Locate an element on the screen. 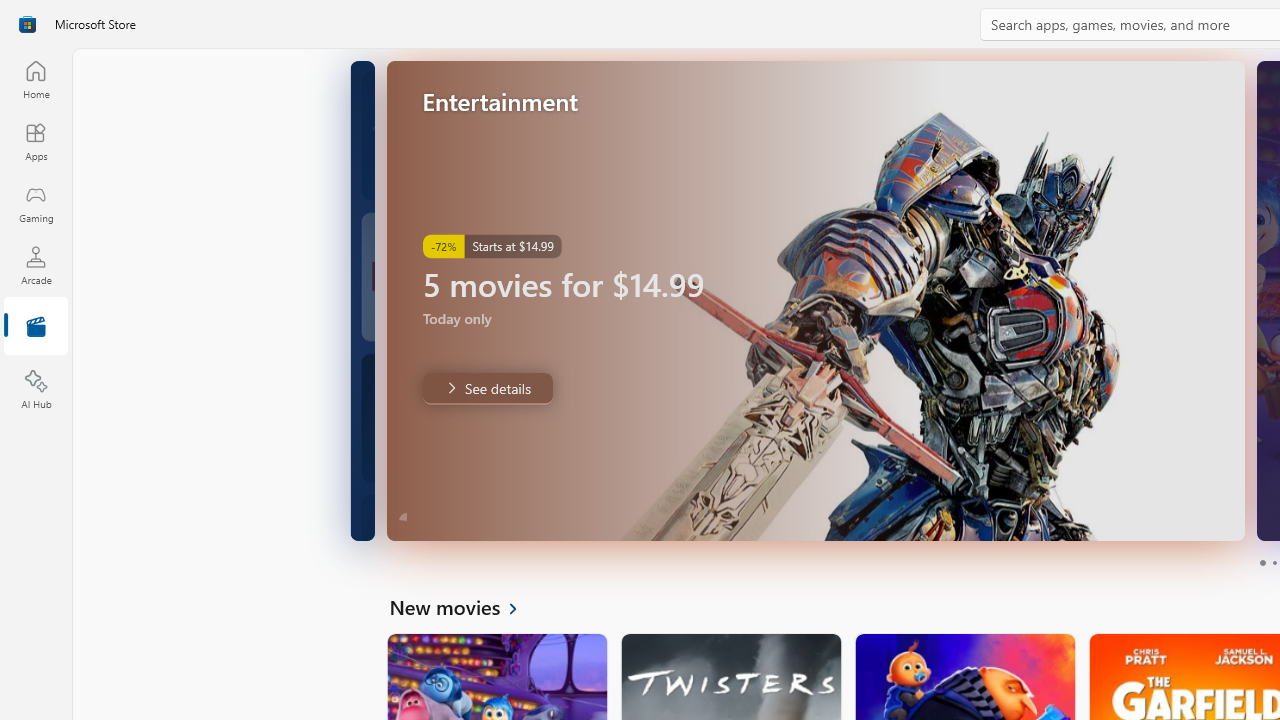 This screenshot has width=1280, height=720. 'See all  New movies' is located at coordinates (464, 605).